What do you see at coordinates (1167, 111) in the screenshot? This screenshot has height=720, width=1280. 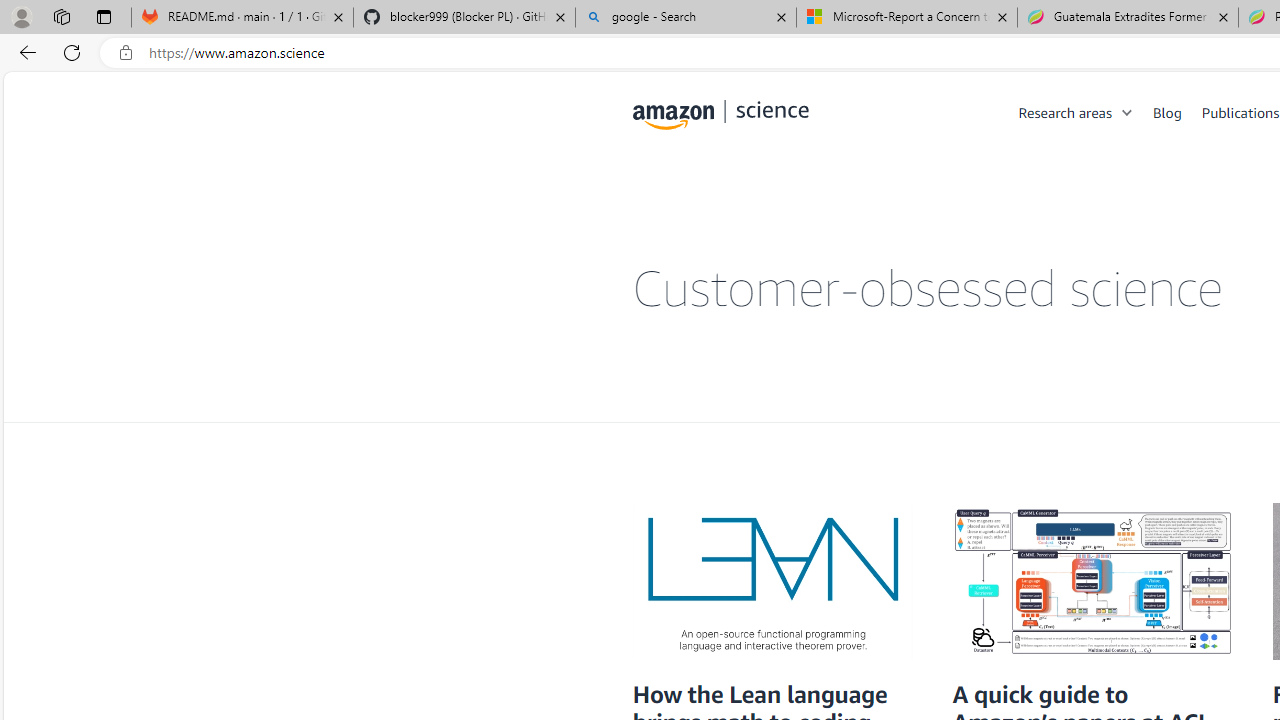 I see `'Blog'` at bounding box center [1167, 111].